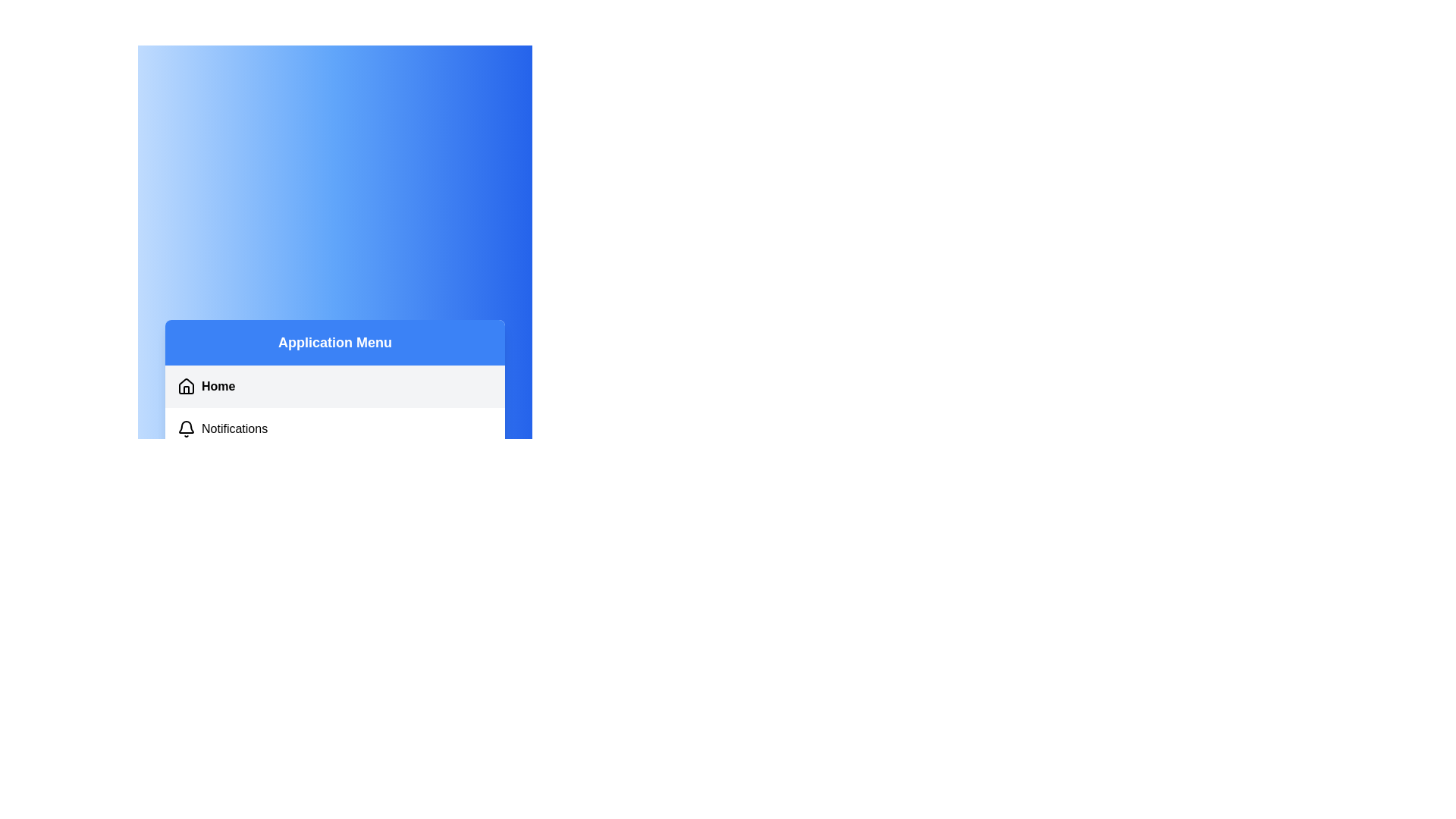 The image size is (1456, 819). What do you see at coordinates (334, 342) in the screenshot?
I see `the text 'Application Menu' in the header to select it` at bounding box center [334, 342].